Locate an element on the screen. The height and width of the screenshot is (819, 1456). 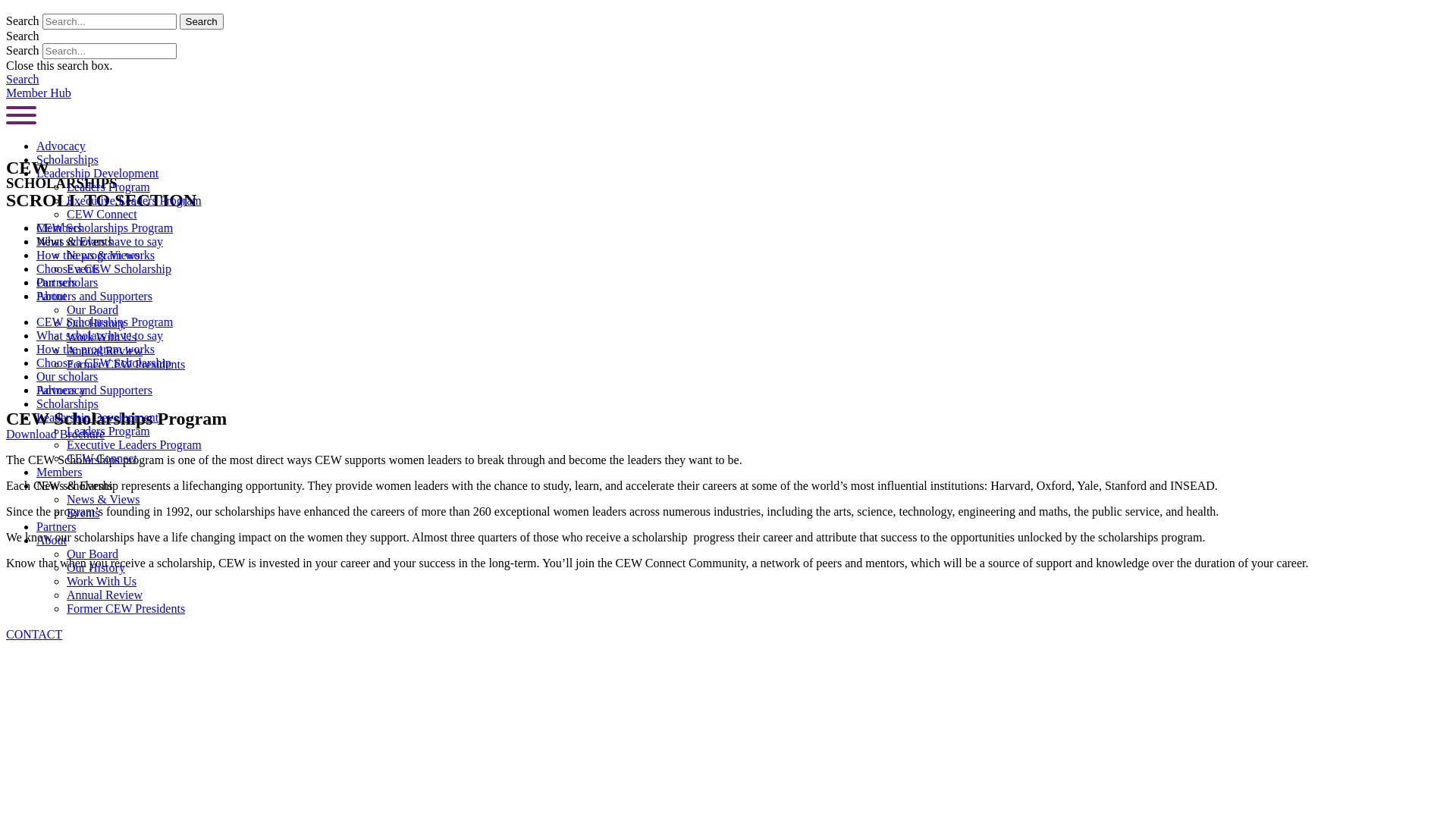
'Events' is located at coordinates (83, 268).